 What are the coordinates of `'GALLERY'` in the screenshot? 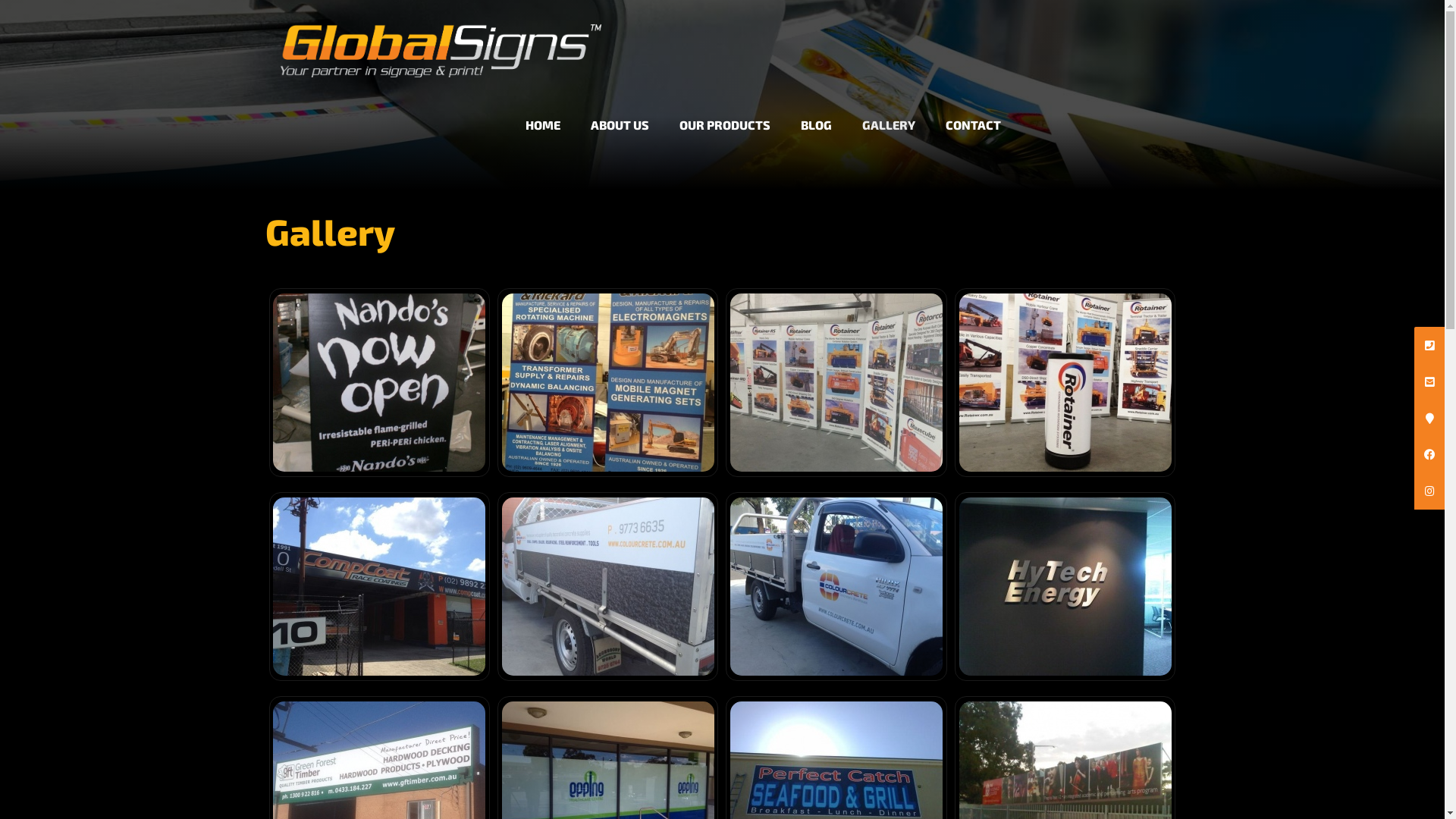 It's located at (888, 111).